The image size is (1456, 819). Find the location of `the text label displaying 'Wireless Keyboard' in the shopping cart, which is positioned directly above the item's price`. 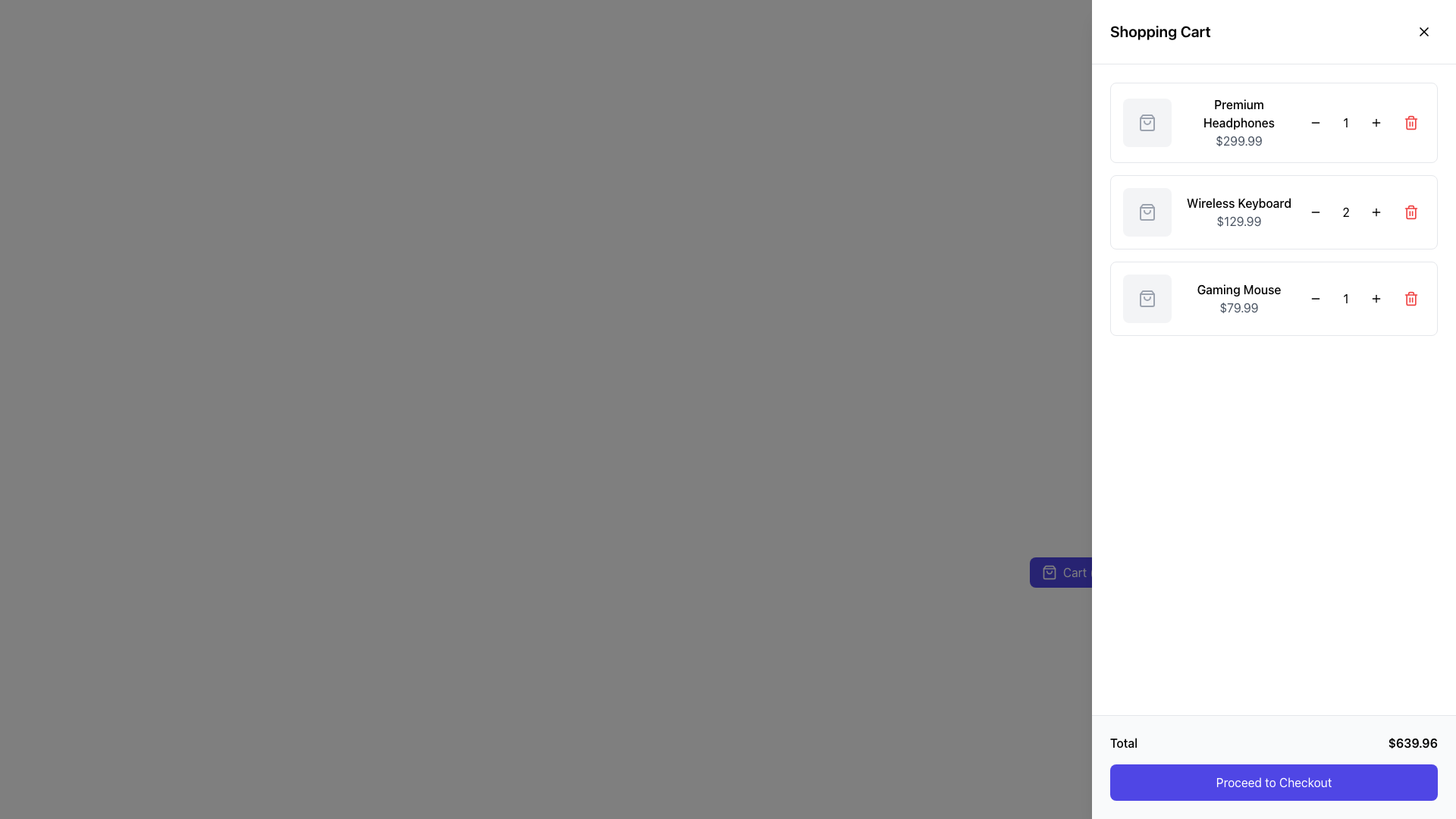

the text label displaying 'Wireless Keyboard' in the shopping cart, which is positioned directly above the item's price is located at coordinates (1238, 202).